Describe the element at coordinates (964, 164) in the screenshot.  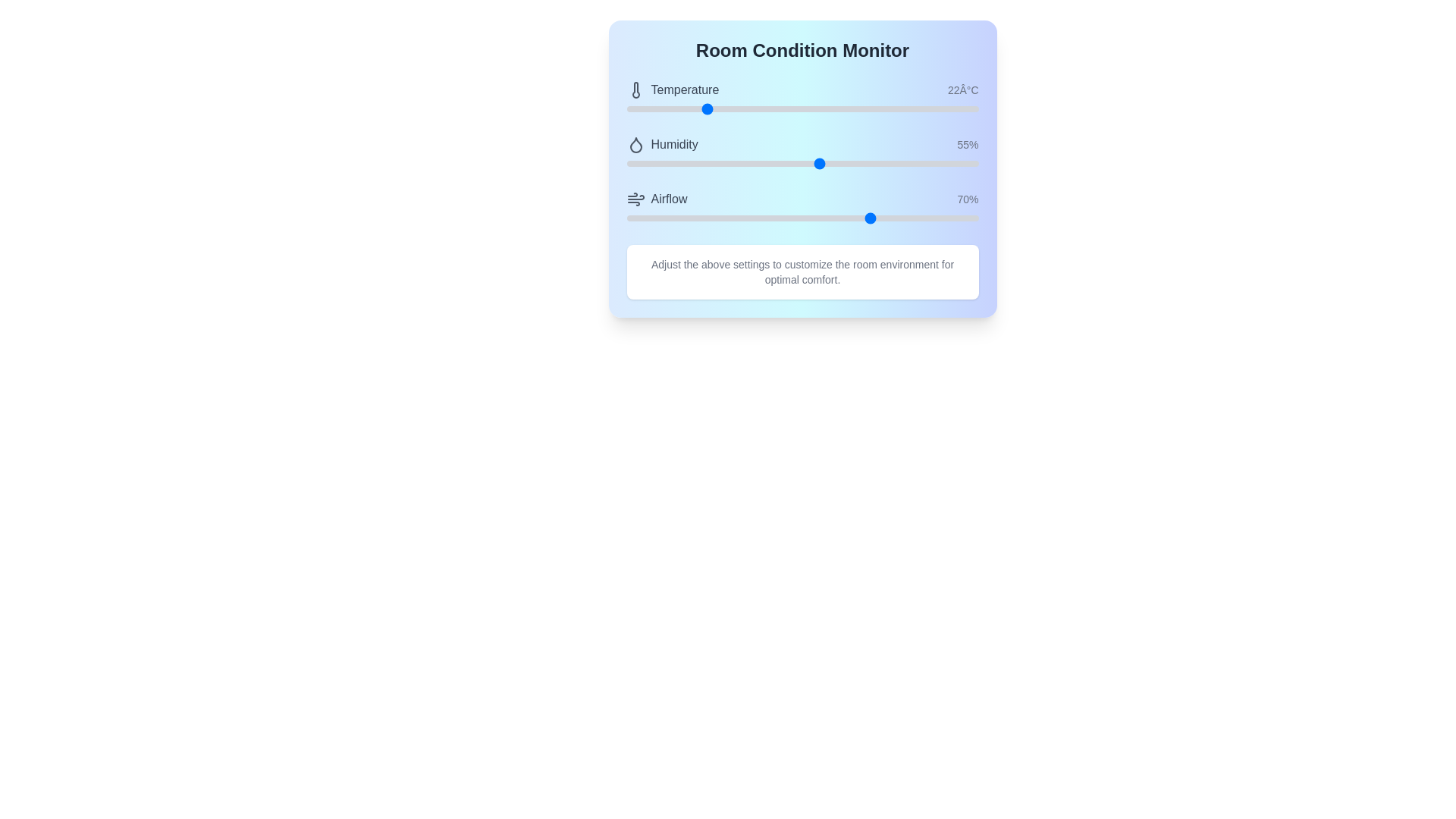
I see `the humidity level` at that location.